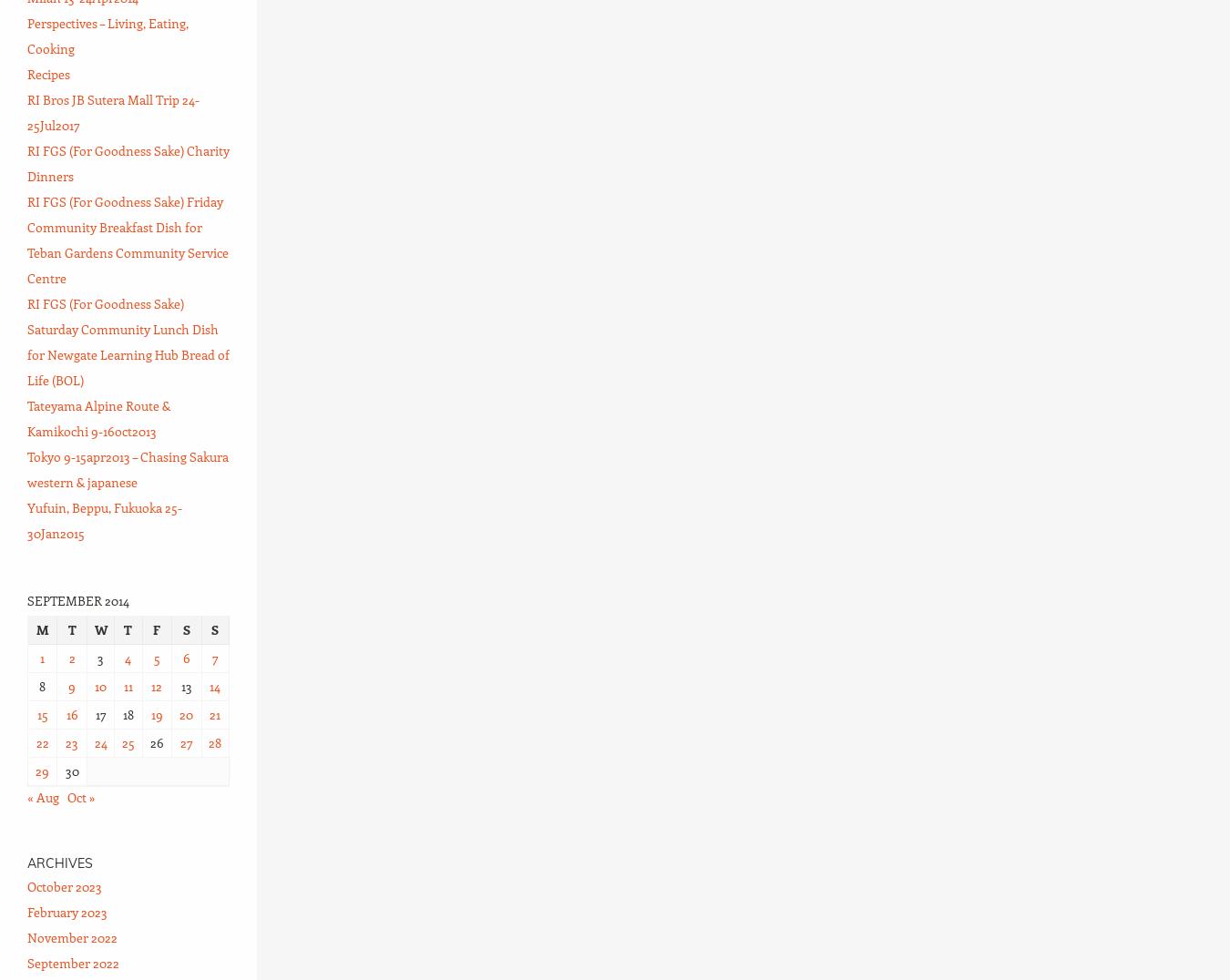  I want to click on '16', so click(70, 713).